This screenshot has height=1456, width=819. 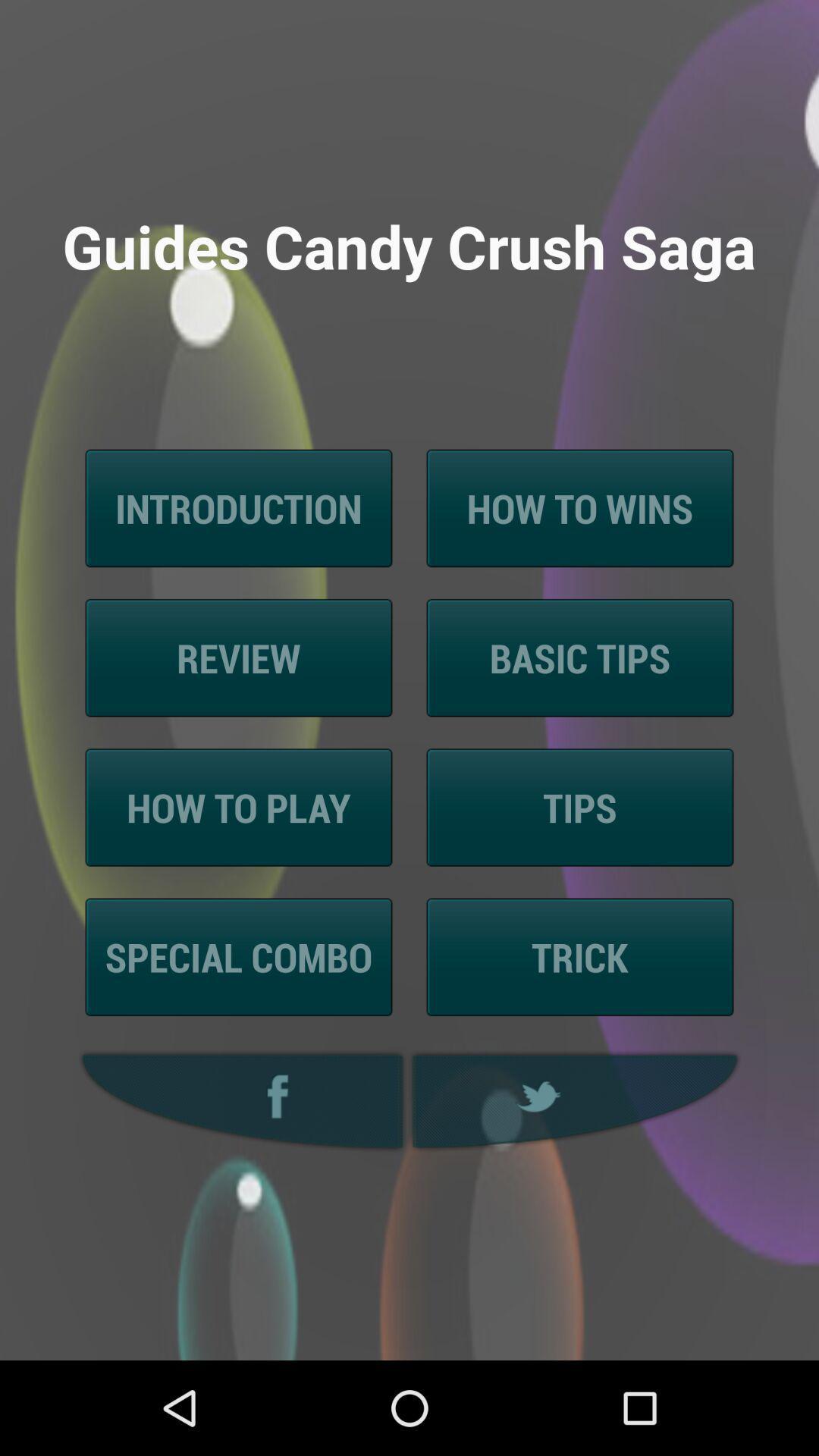 I want to click on review icon, so click(x=239, y=657).